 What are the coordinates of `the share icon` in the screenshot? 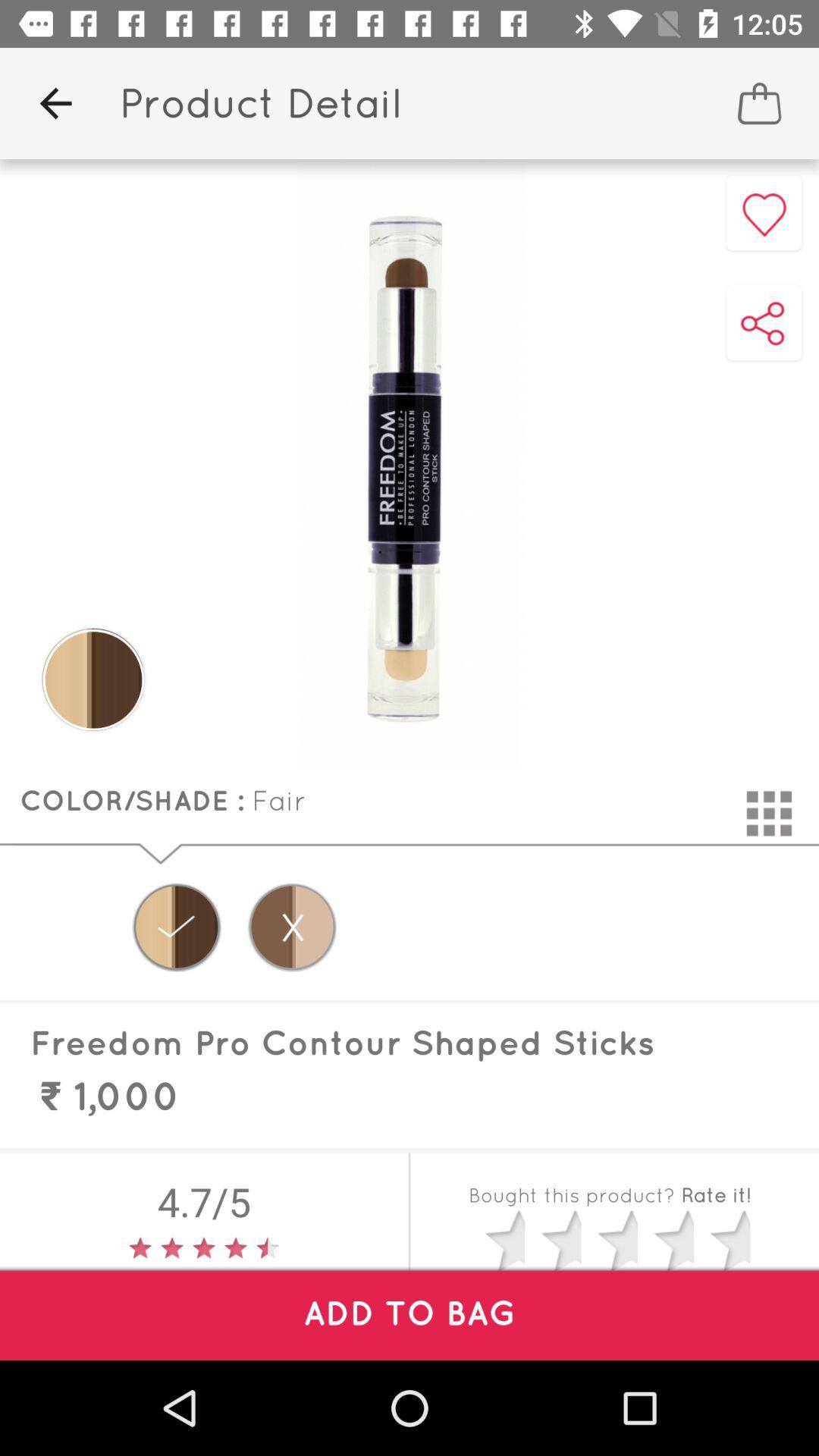 It's located at (764, 323).